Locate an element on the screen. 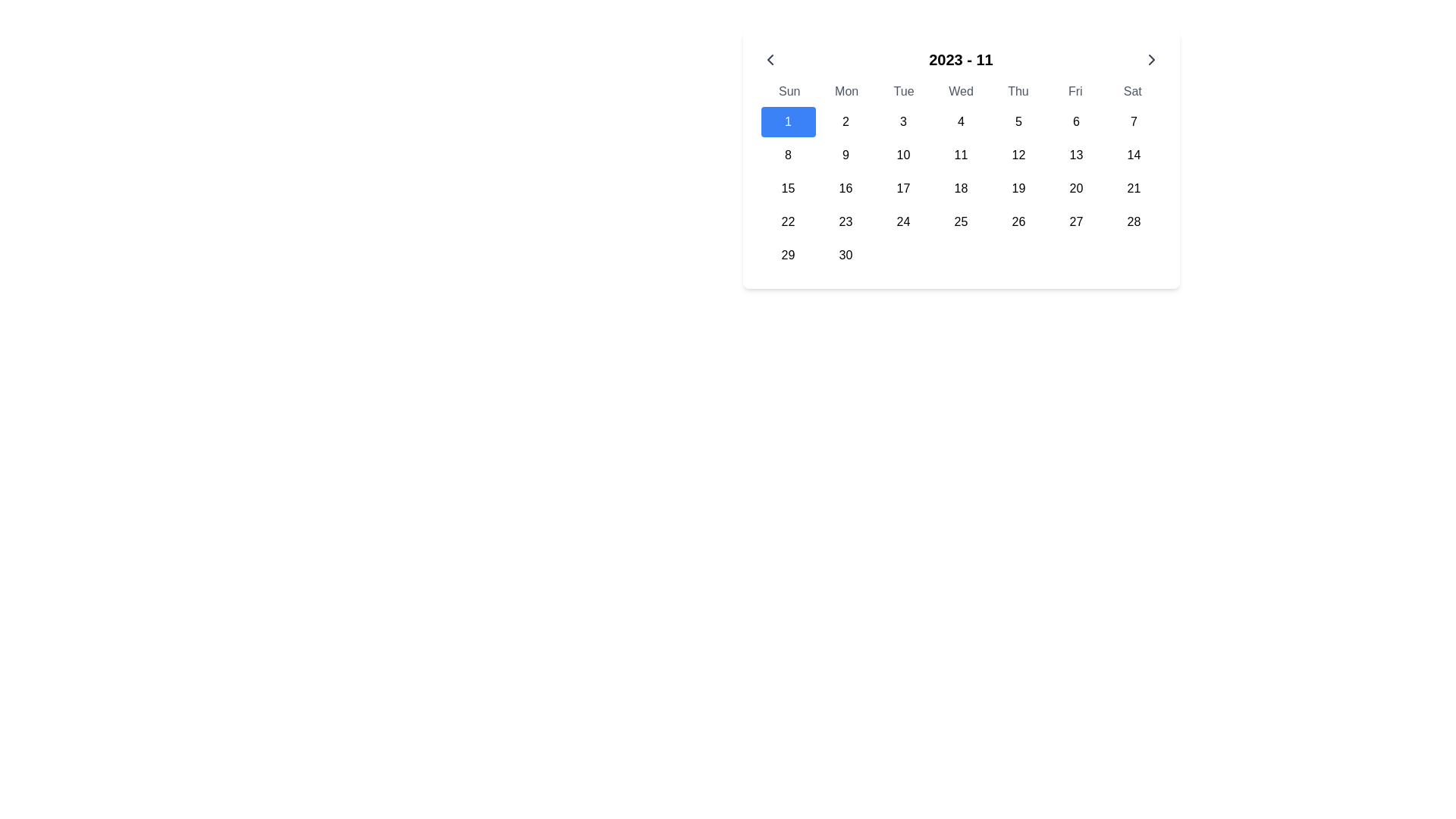 The width and height of the screenshot is (1456, 819). the calendar day button representing the 22nd day, which is the first cell in its row of a 7-column grid layout is located at coordinates (788, 222).